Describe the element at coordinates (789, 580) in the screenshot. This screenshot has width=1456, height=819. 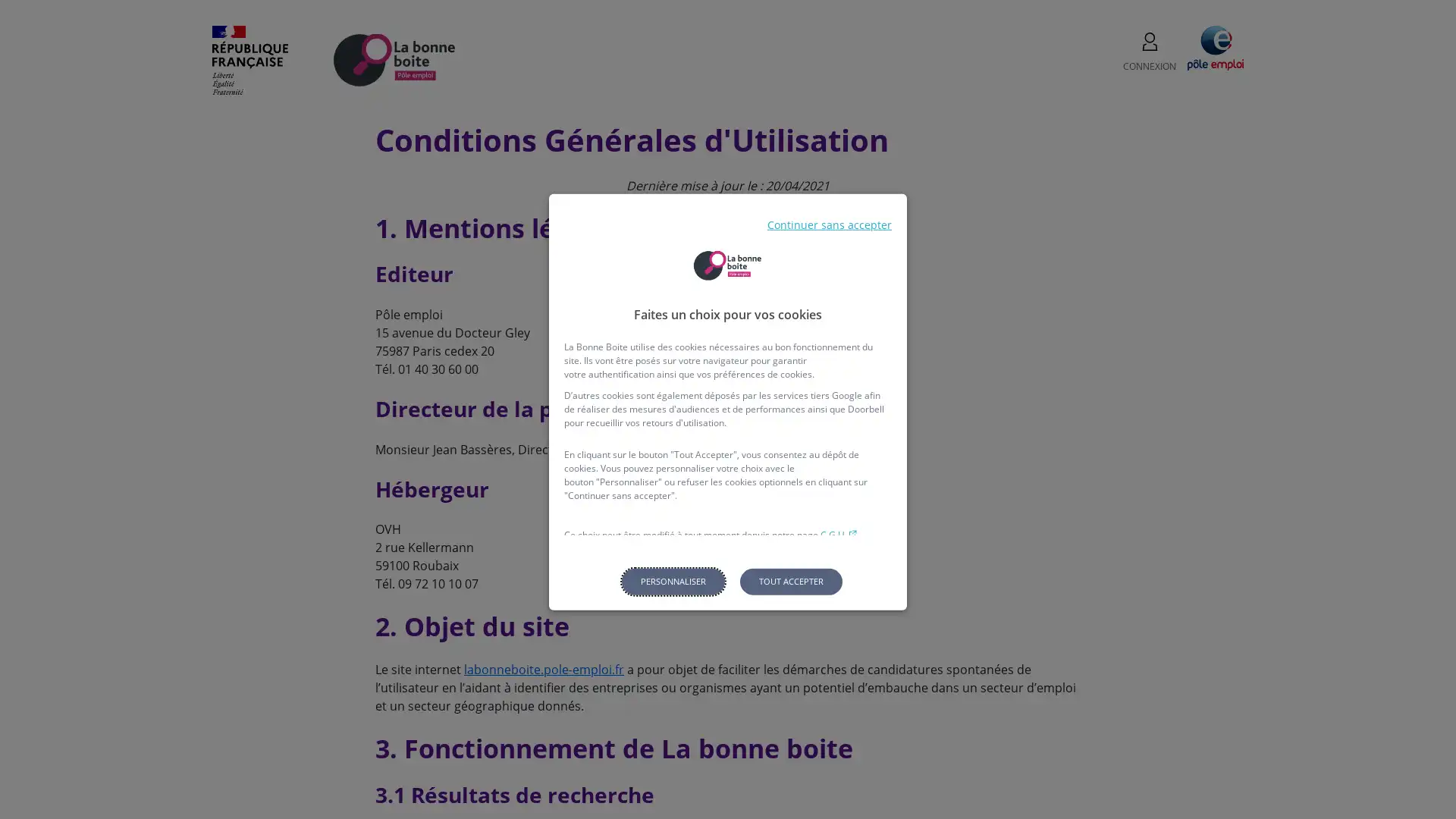
I see `Tout accepter` at that location.